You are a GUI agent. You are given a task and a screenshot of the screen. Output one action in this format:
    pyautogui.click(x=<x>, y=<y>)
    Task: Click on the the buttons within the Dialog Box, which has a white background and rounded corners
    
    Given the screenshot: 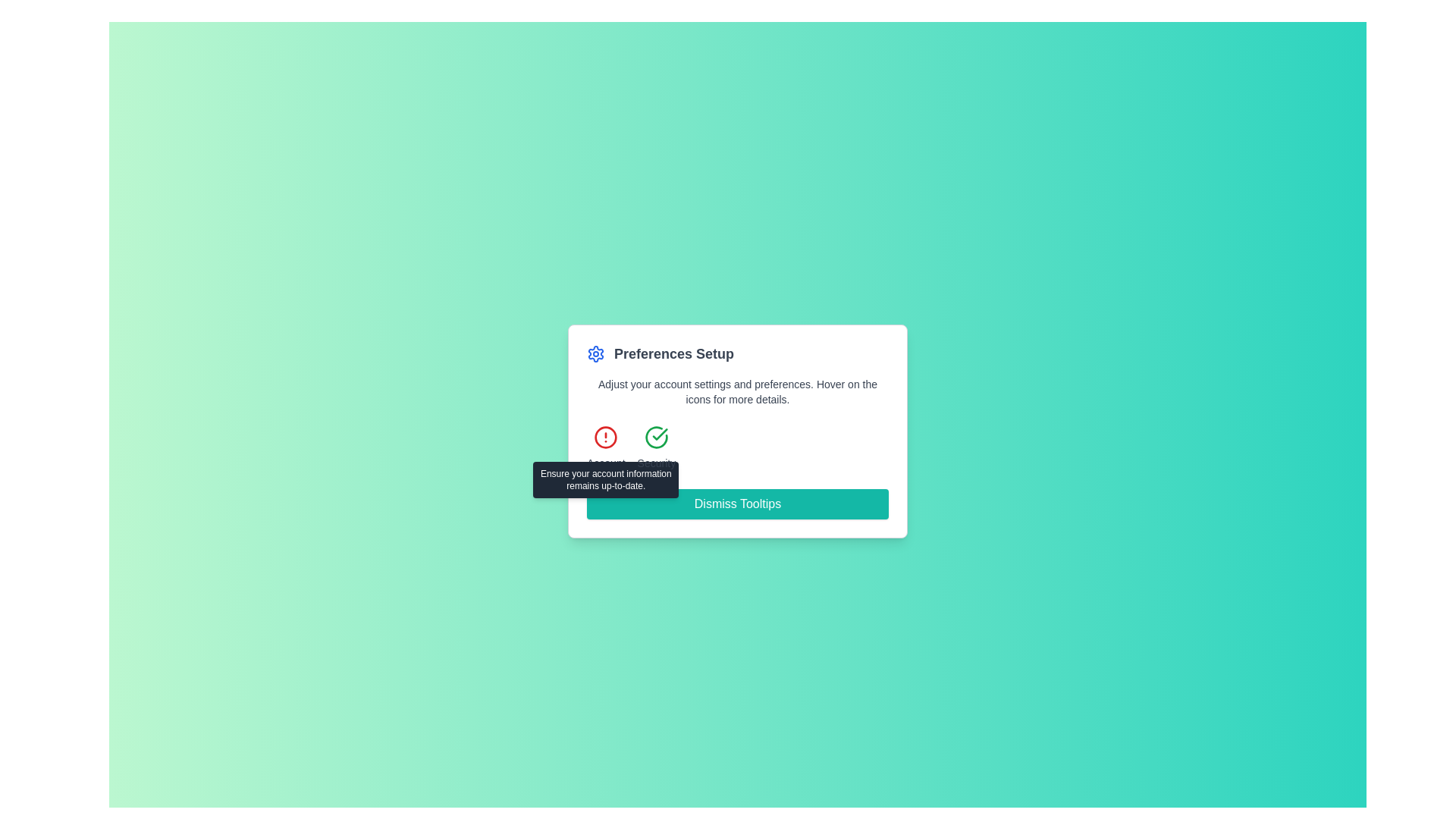 What is the action you would take?
    pyautogui.click(x=738, y=431)
    